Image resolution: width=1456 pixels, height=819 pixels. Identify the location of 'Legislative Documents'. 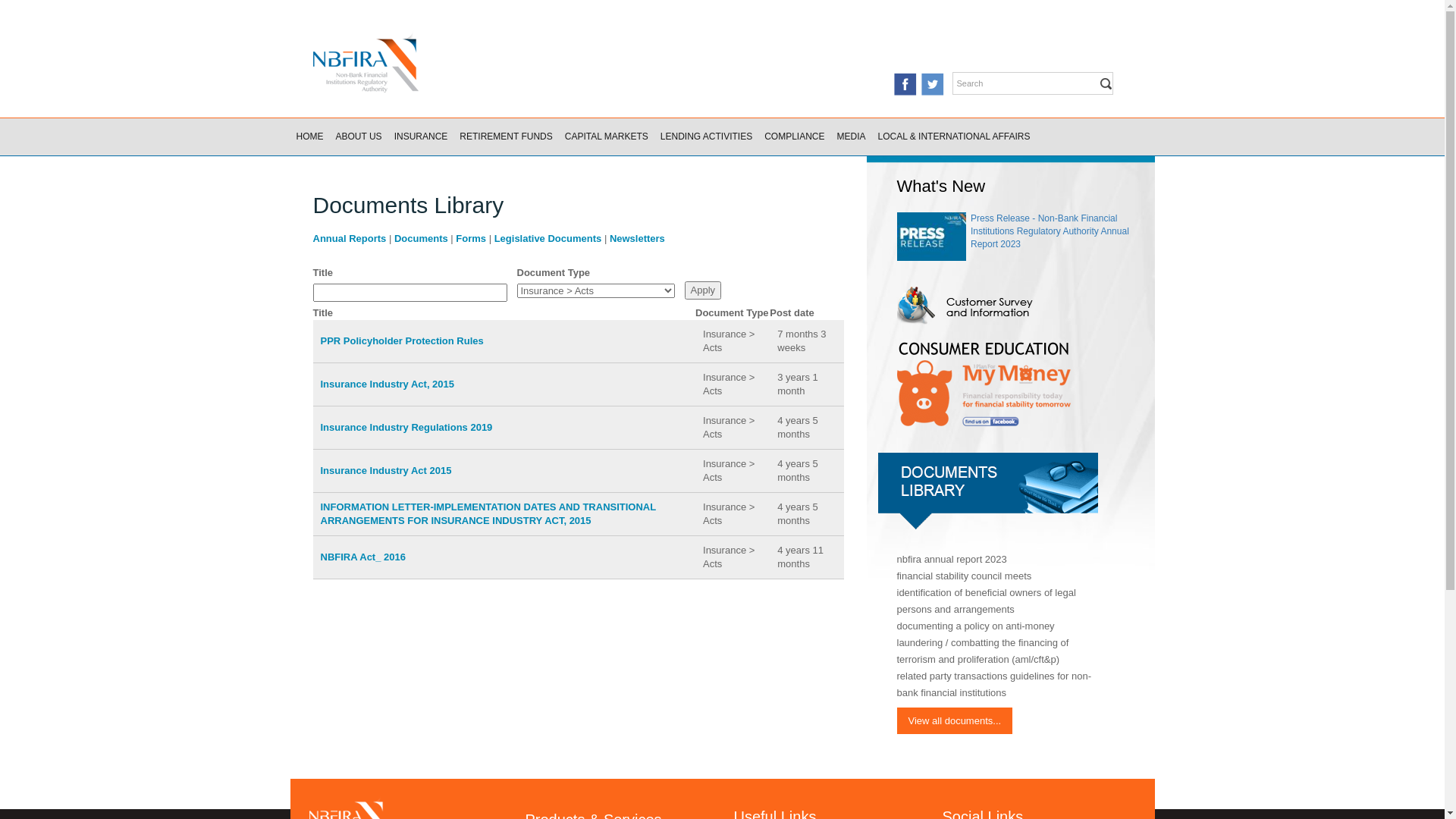
(548, 238).